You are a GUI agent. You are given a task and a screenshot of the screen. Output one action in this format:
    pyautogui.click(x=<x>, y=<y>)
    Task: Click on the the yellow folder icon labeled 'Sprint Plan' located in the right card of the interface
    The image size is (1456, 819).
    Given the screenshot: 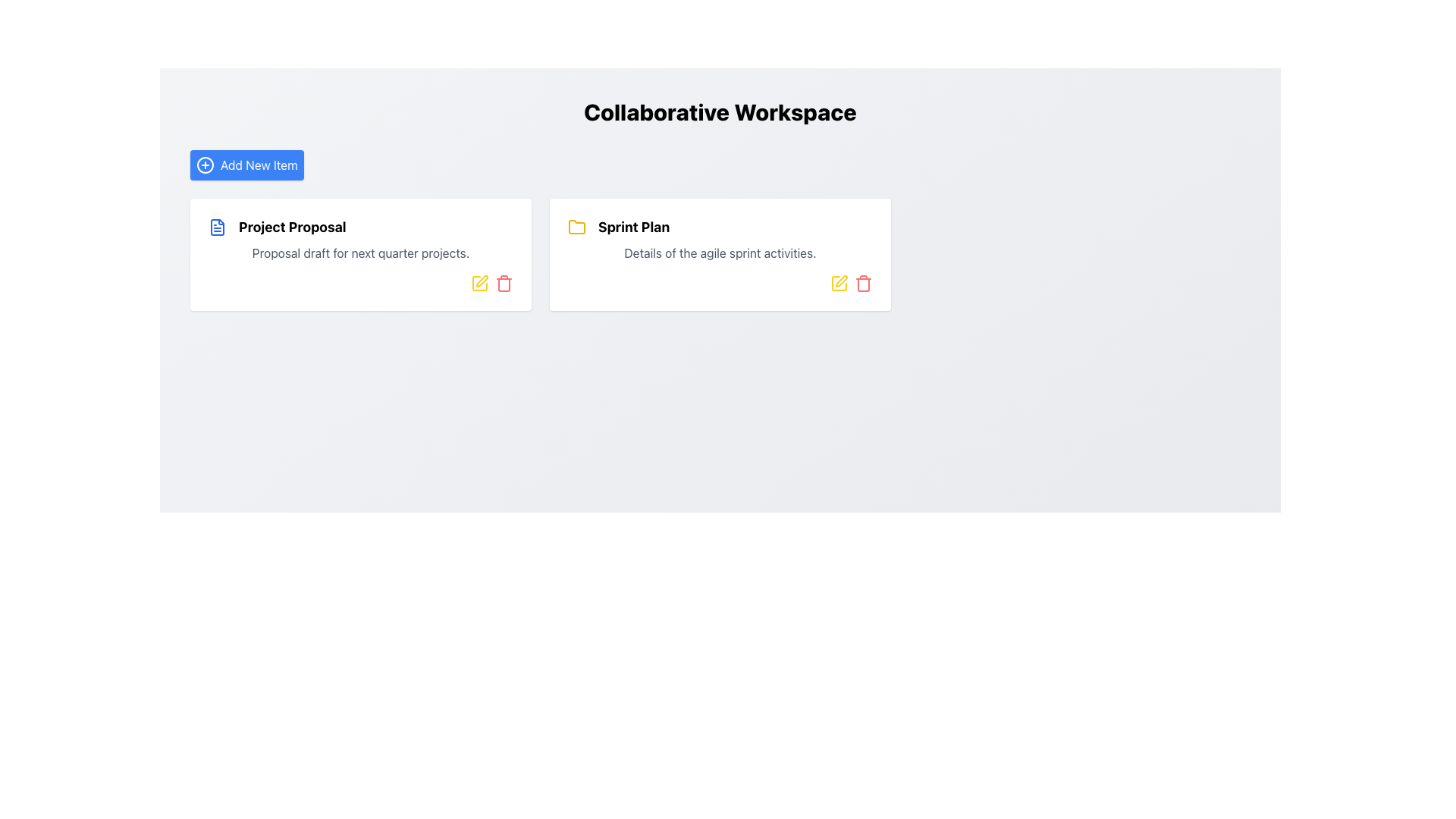 What is the action you would take?
    pyautogui.click(x=576, y=227)
    